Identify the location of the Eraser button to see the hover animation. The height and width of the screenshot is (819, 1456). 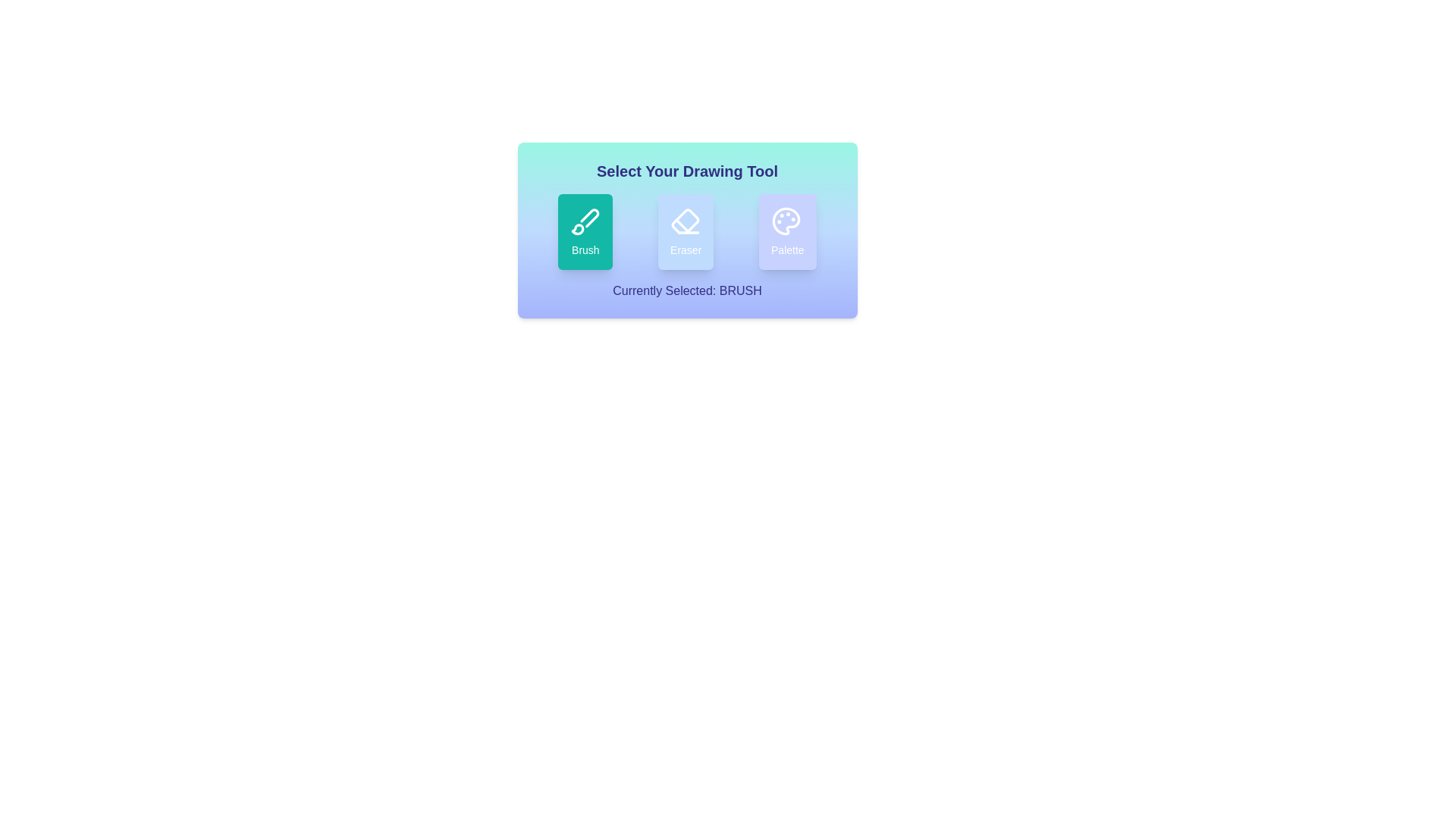
(685, 231).